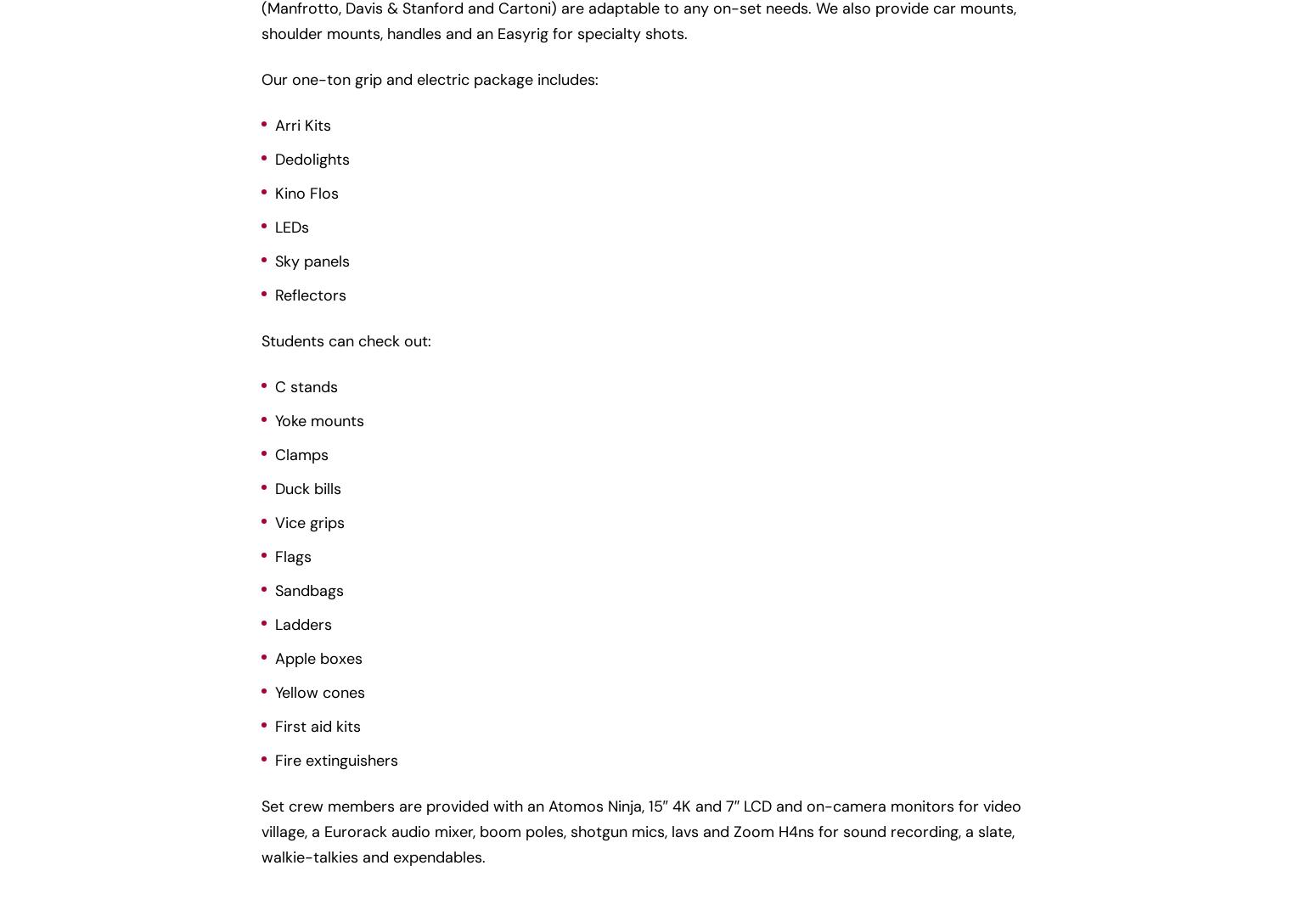 The width and height of the screenshot is (1316, 916). What do you see at coordinates (273, 386) in the screenshot?
I see `'C stands'` at bounding box center [273, 386].